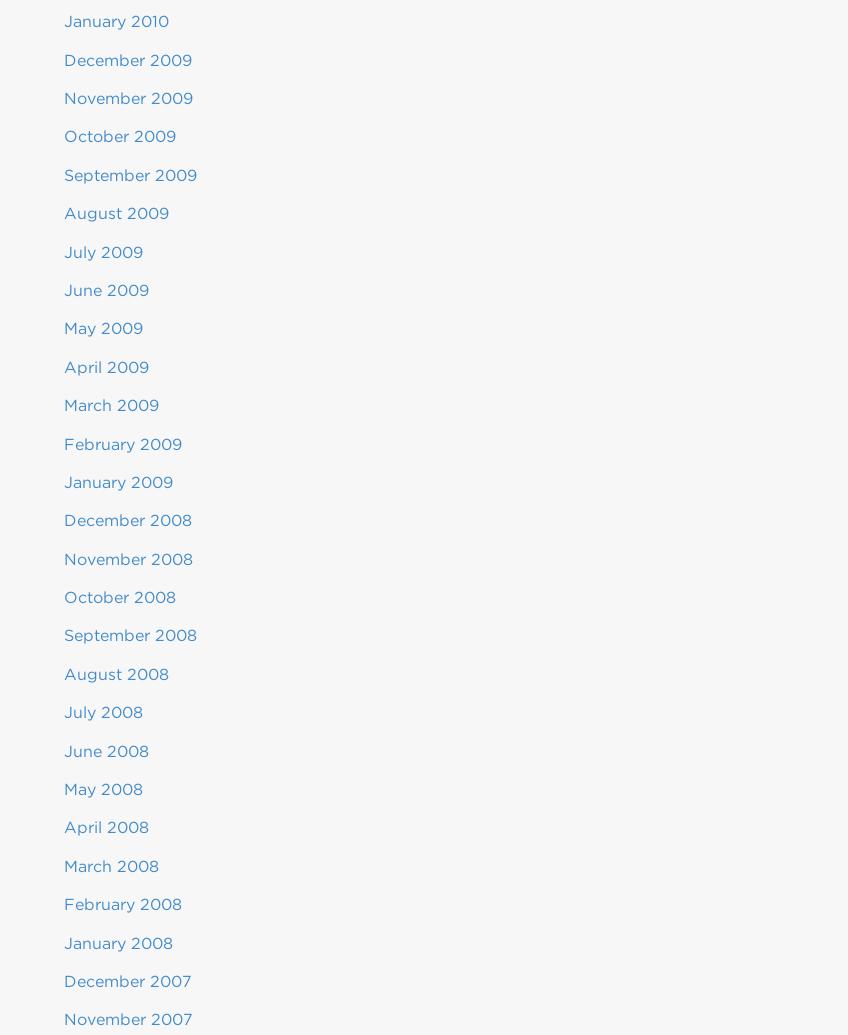 Image resolution: width=848 pixels, height=1035 pixels. Describe the element at coordinates (126, 59) in the screenshot. I see `'December 2009'` at that location.